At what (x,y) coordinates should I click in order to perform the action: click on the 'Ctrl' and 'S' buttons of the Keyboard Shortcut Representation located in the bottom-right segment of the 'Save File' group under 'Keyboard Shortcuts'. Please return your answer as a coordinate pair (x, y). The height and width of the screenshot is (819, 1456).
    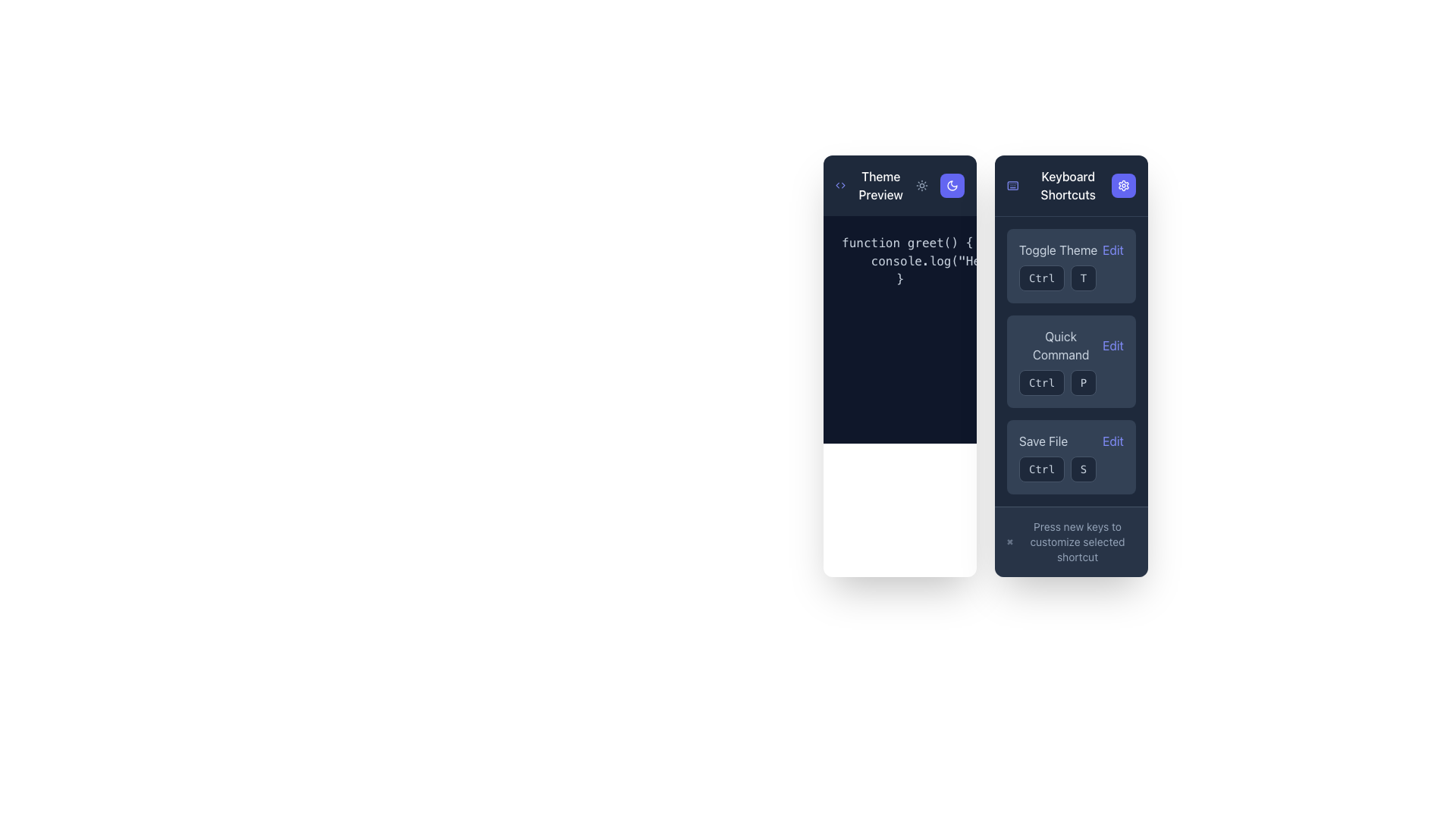
    Looking at the image, I should click on (1070, 468).